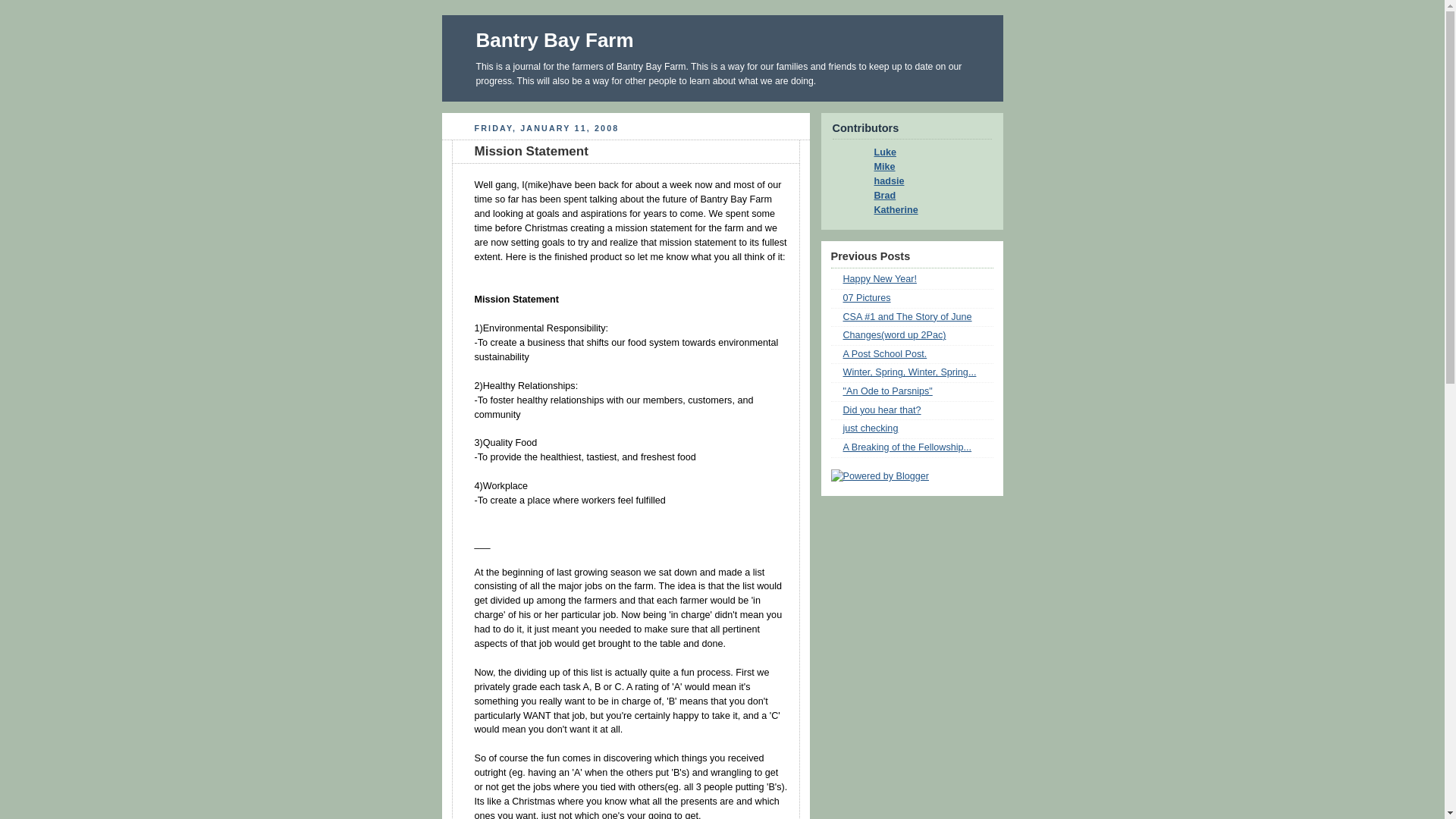  What do you see at coordinates (843, 428) in the screenshot?
I see `'just checking'` at bounding box center [843, 428].